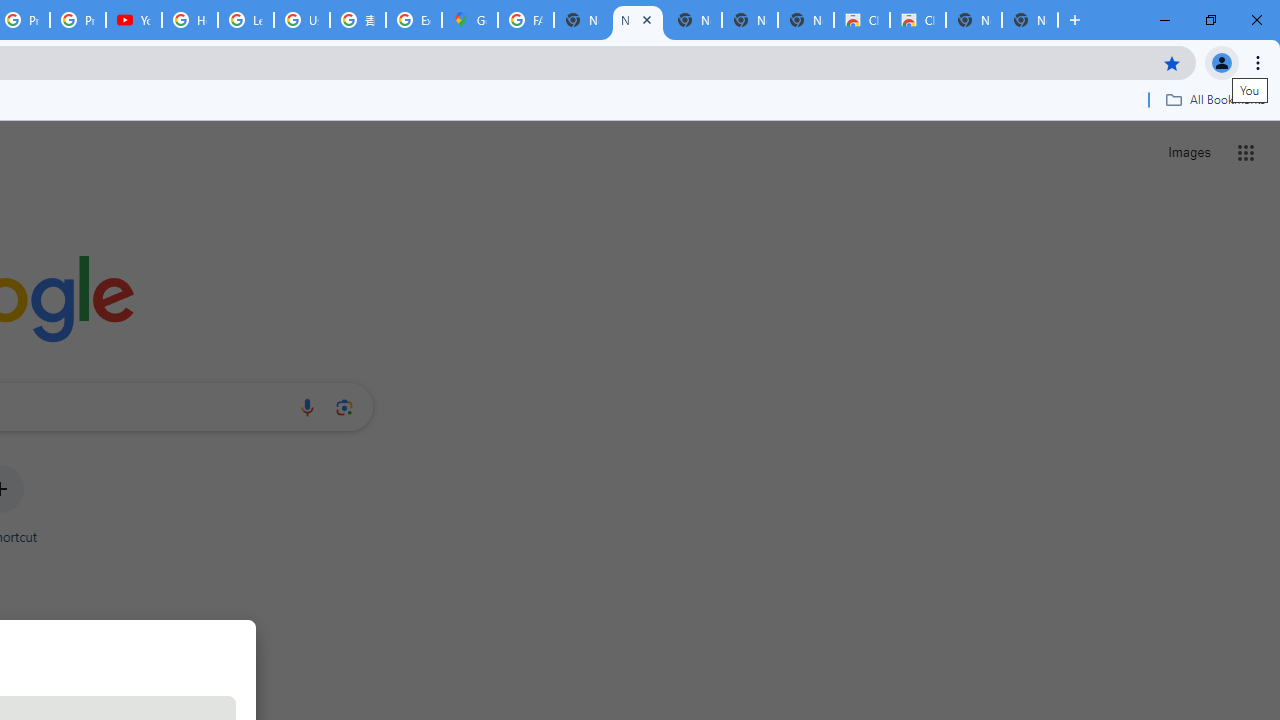  I want to click on 'Privacy Checkup', so click(78, 20).